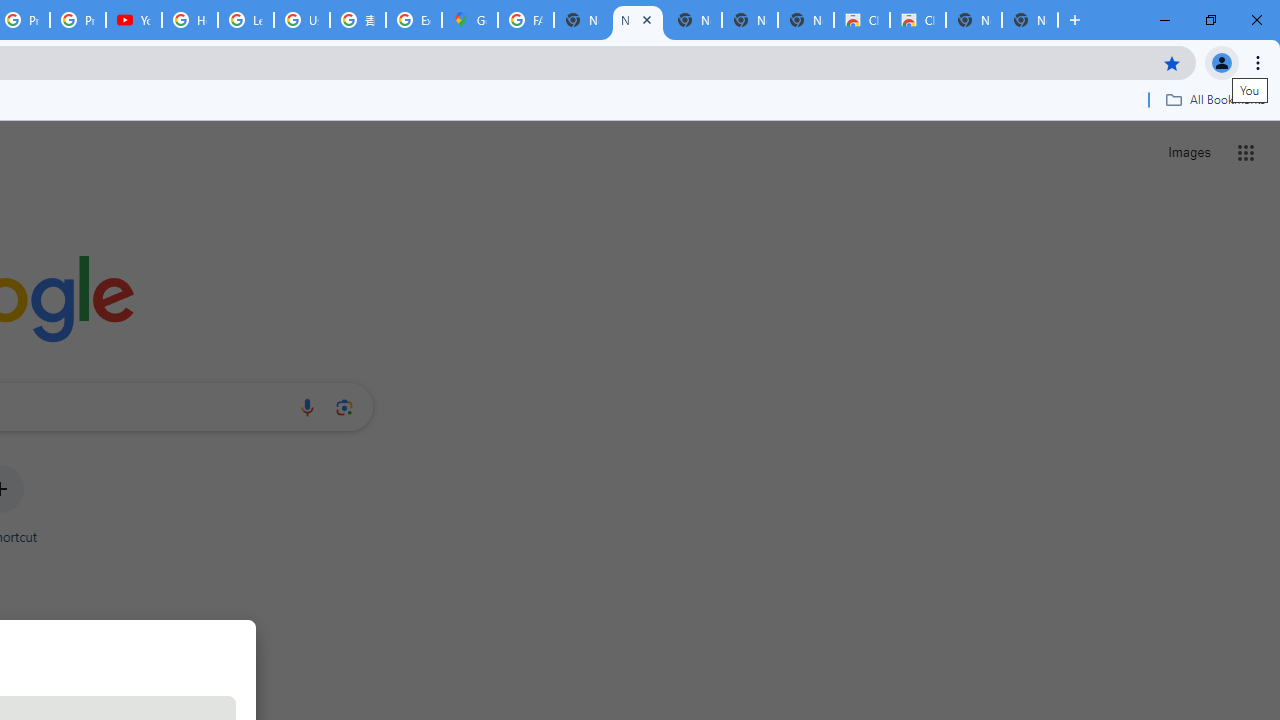  I want to click on 'Privacy Checkup', so click(78, 20).